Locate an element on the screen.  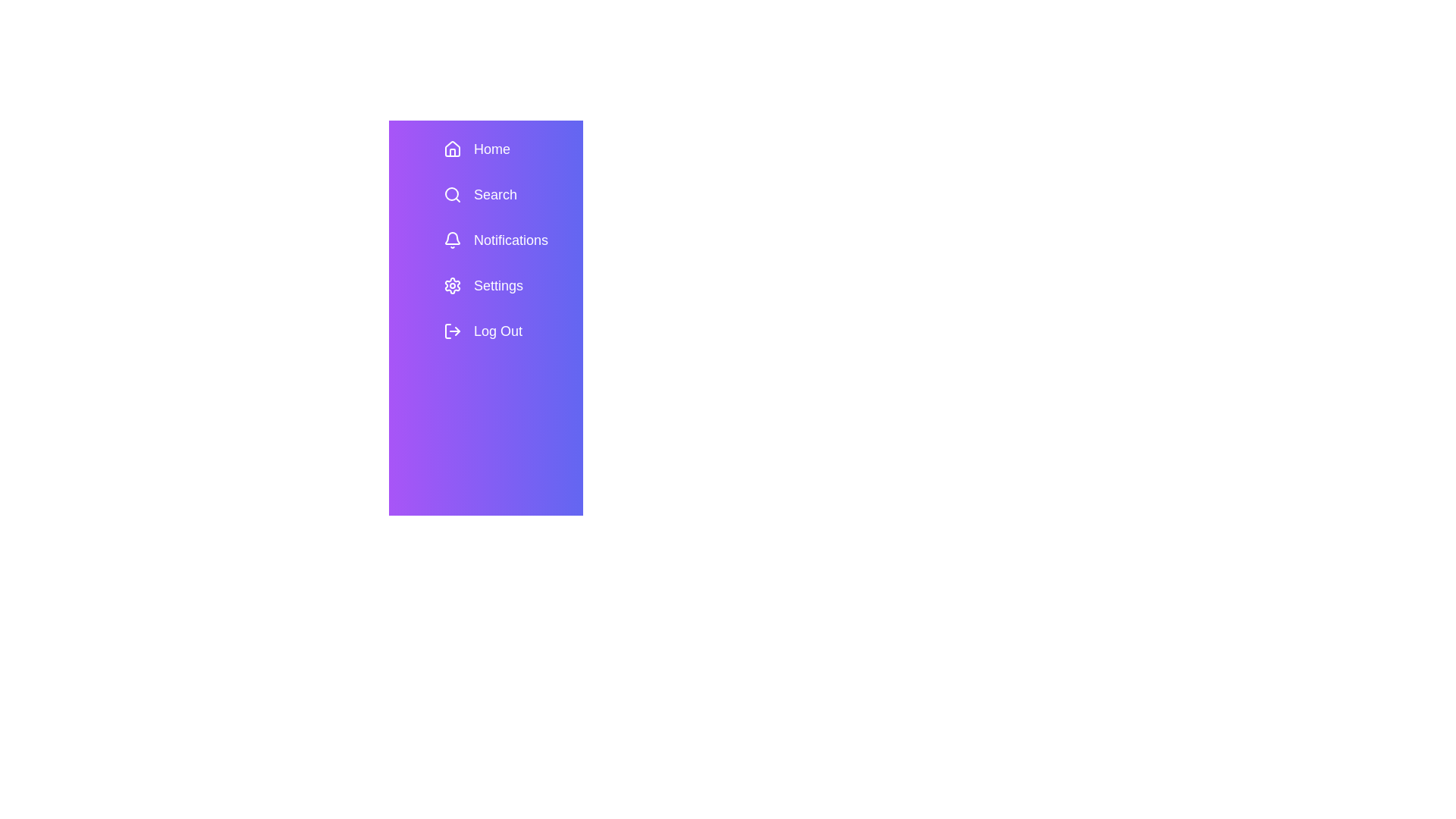
the menu item Home to view its hover effect is located at coordinates (507, 149).